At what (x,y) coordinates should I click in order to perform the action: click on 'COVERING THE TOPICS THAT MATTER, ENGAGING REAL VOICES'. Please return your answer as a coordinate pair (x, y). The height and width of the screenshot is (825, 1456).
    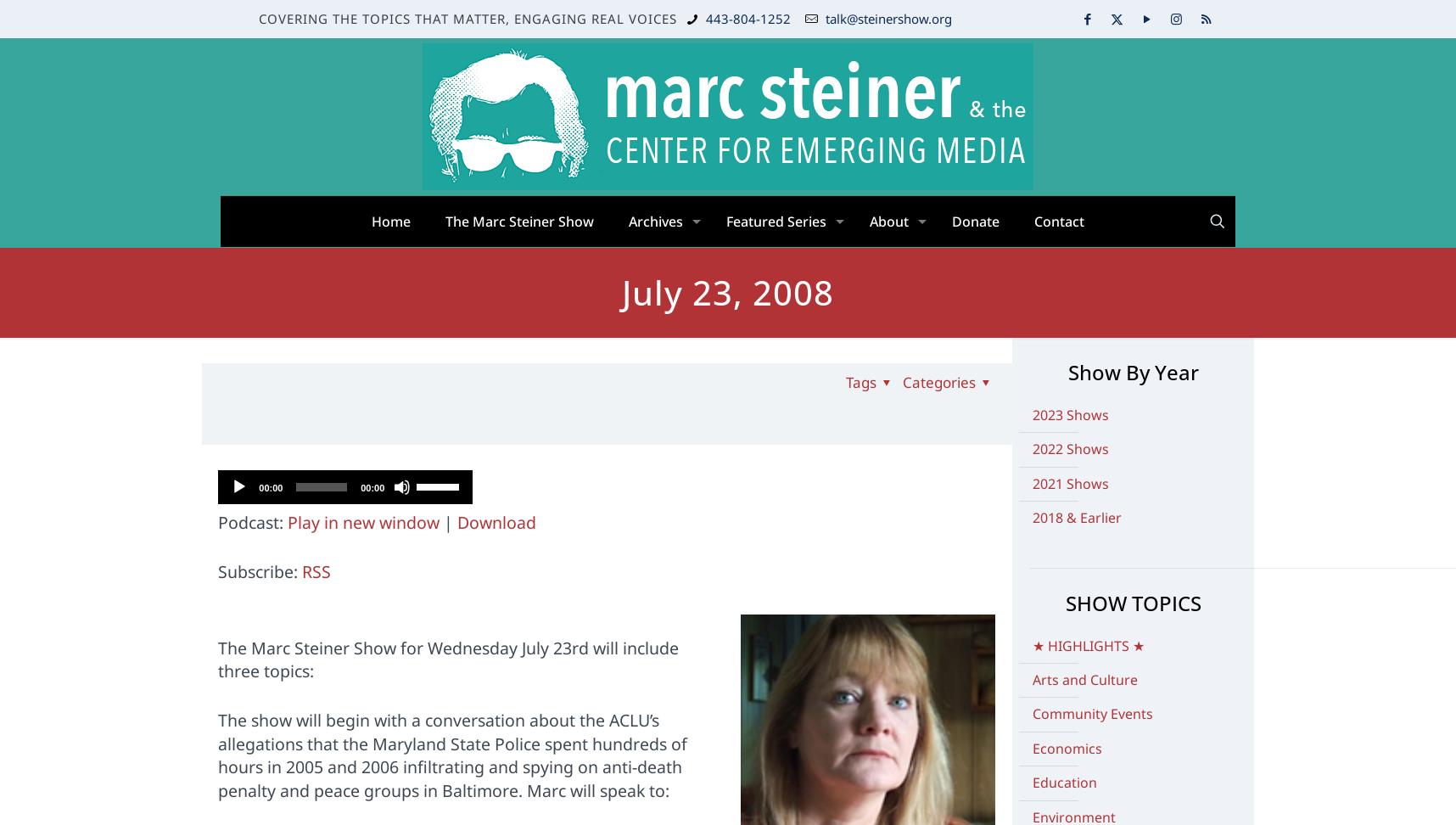
    Looking at the image, I should click on (468, 18).